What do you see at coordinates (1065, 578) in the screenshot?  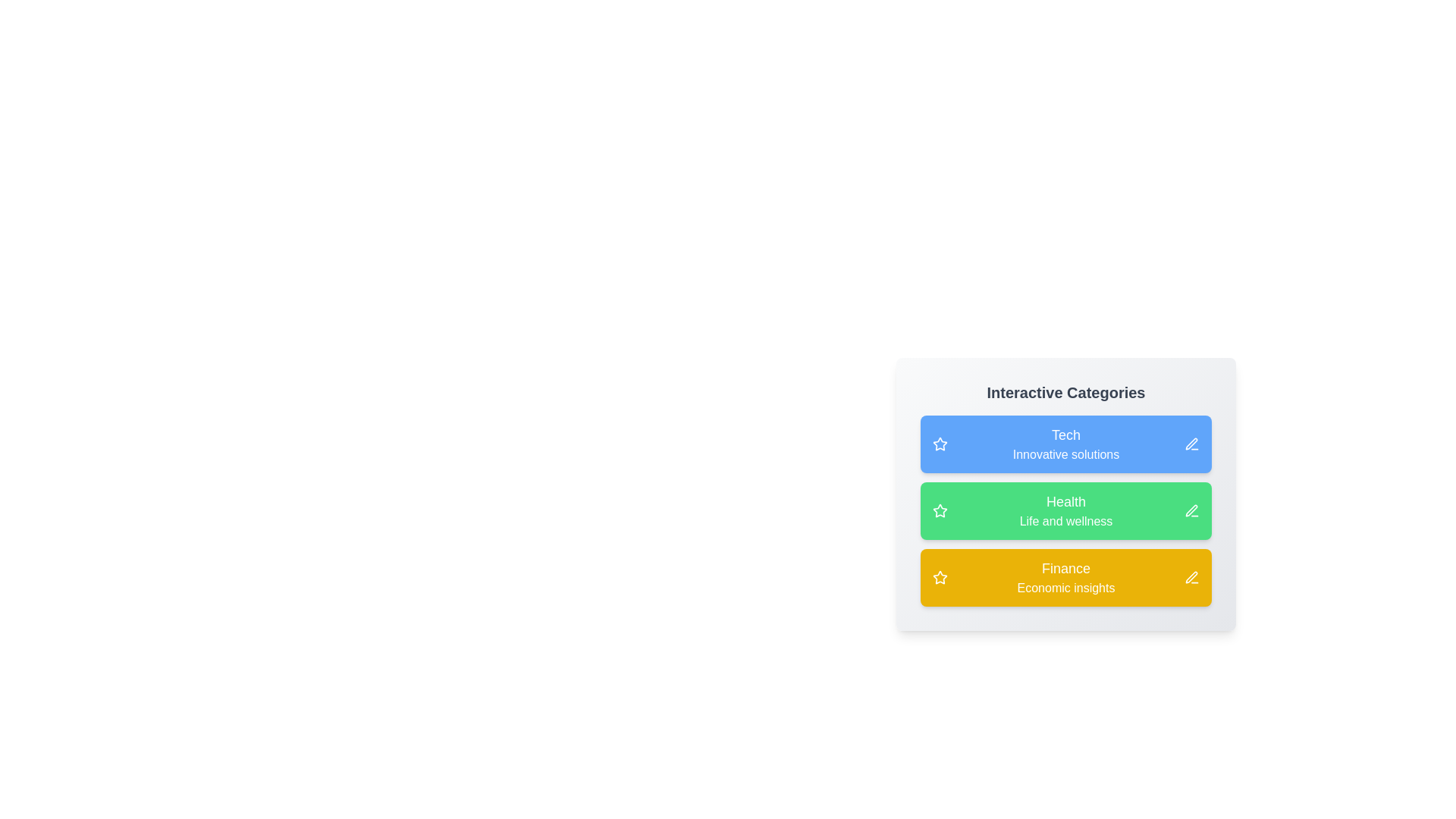 I see `the category Finance to toggle its active state` at bounding box center [1065, 578].